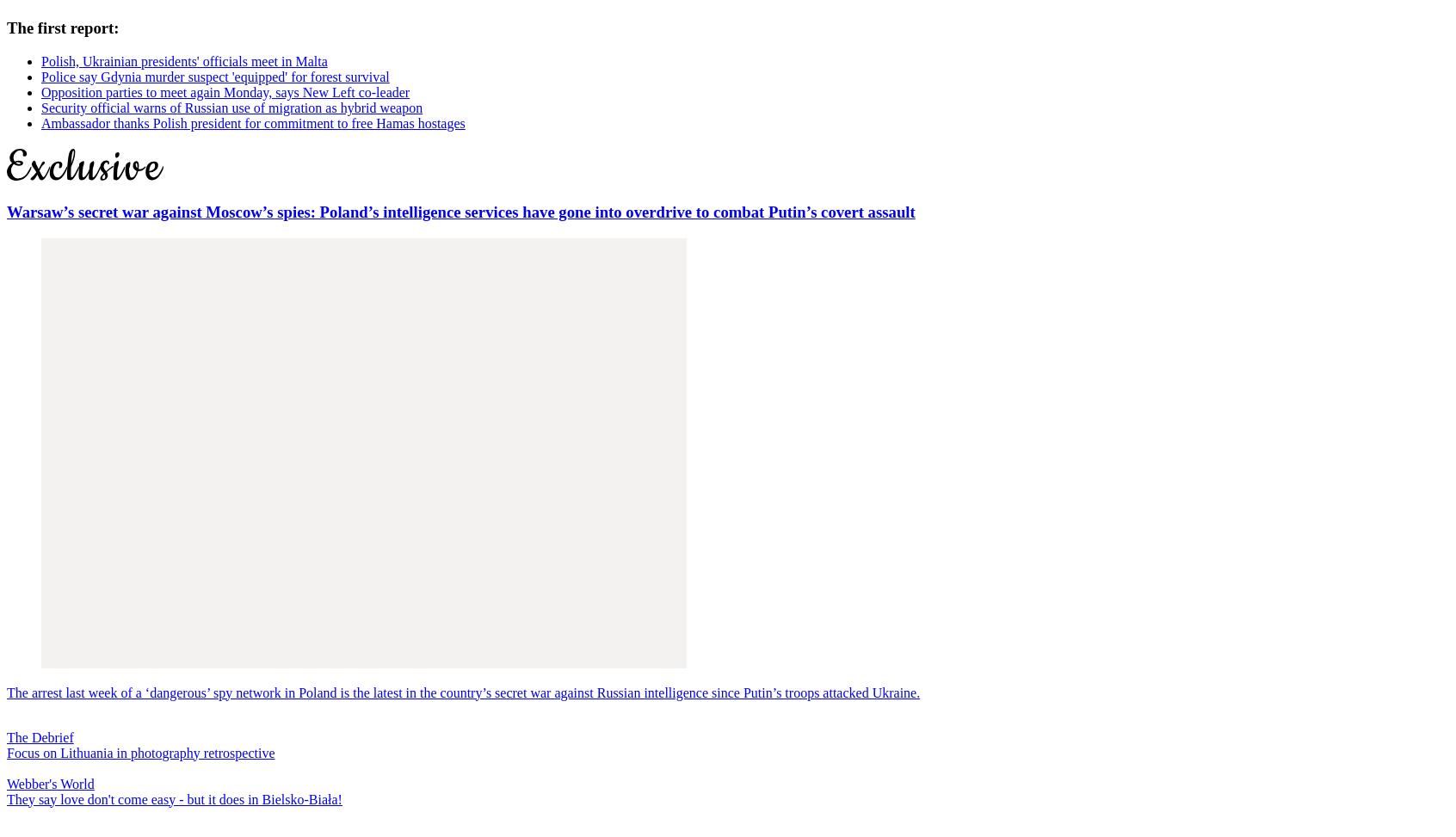 Image resolution: width=1456 pixels, height=837 pixels. Describe the element at coordinates (62, 28) in the screenshot. I see `'The first report:'` at that location.